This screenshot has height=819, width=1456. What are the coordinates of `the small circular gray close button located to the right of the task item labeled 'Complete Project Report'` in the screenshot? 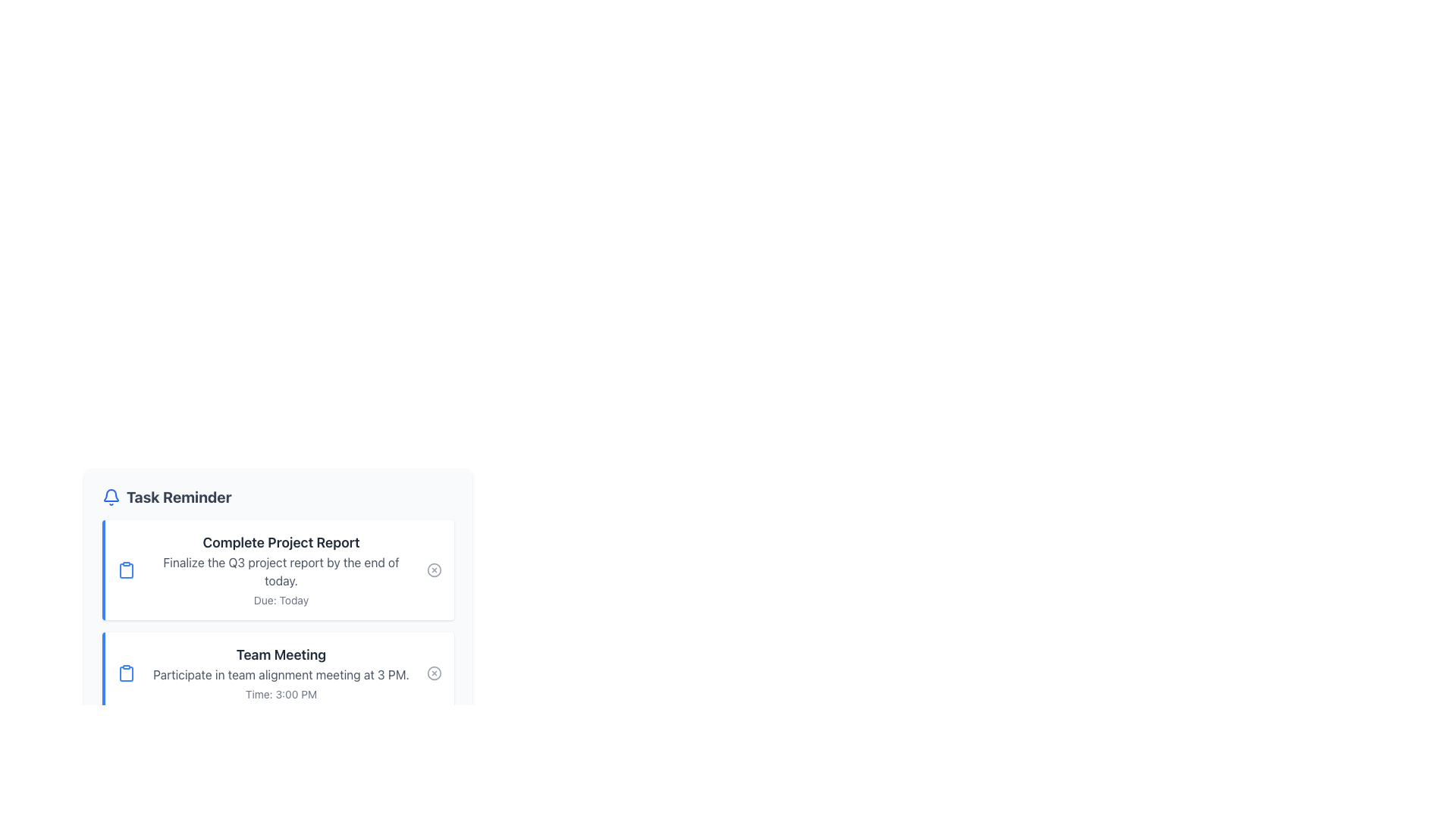 It's located at (433, 570).